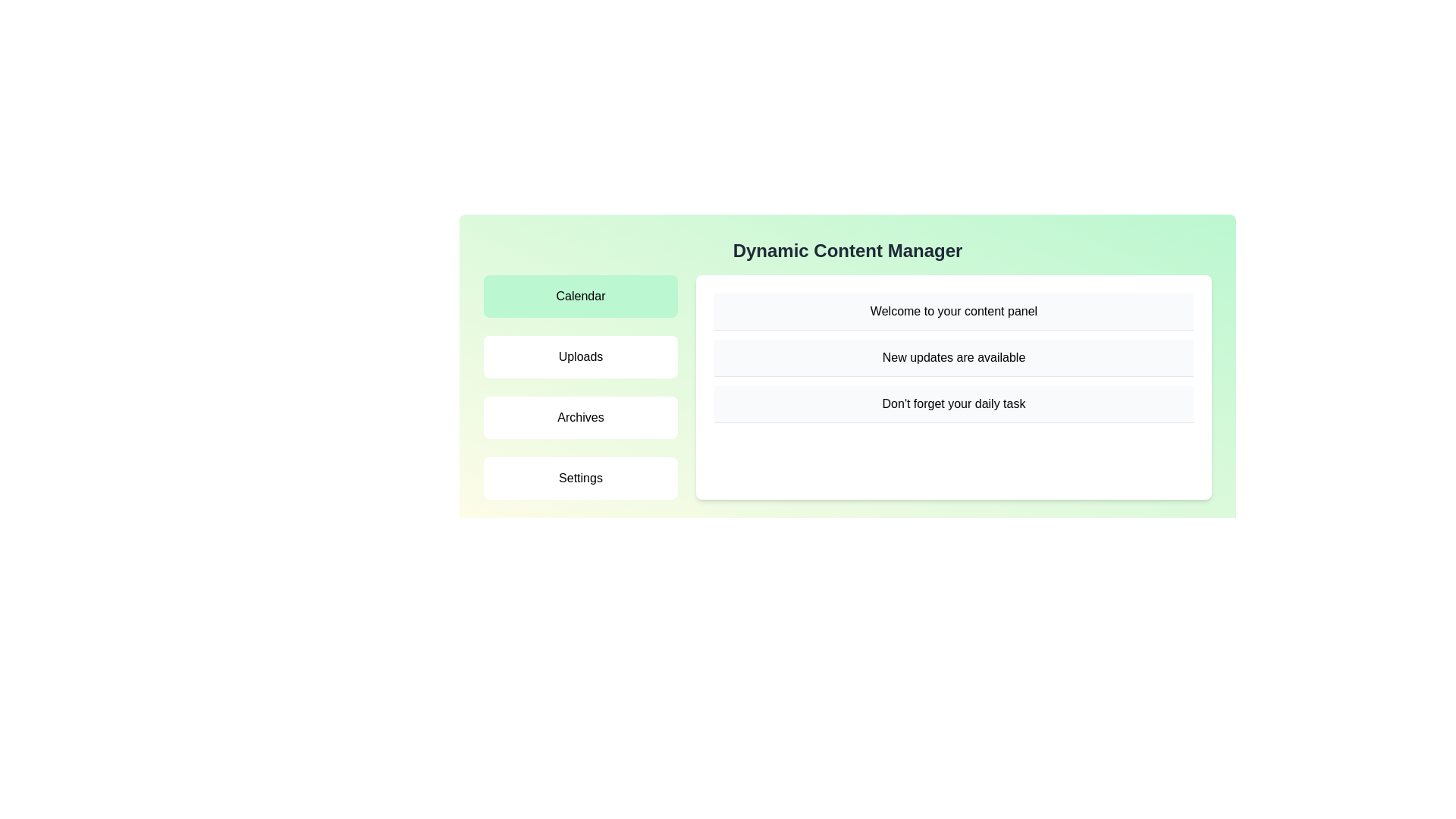 The height and width of the screenshot is (819, 1456). I want to click on the menu item labeled 'Settings' to switch to its respective panel, so click(580, 479).